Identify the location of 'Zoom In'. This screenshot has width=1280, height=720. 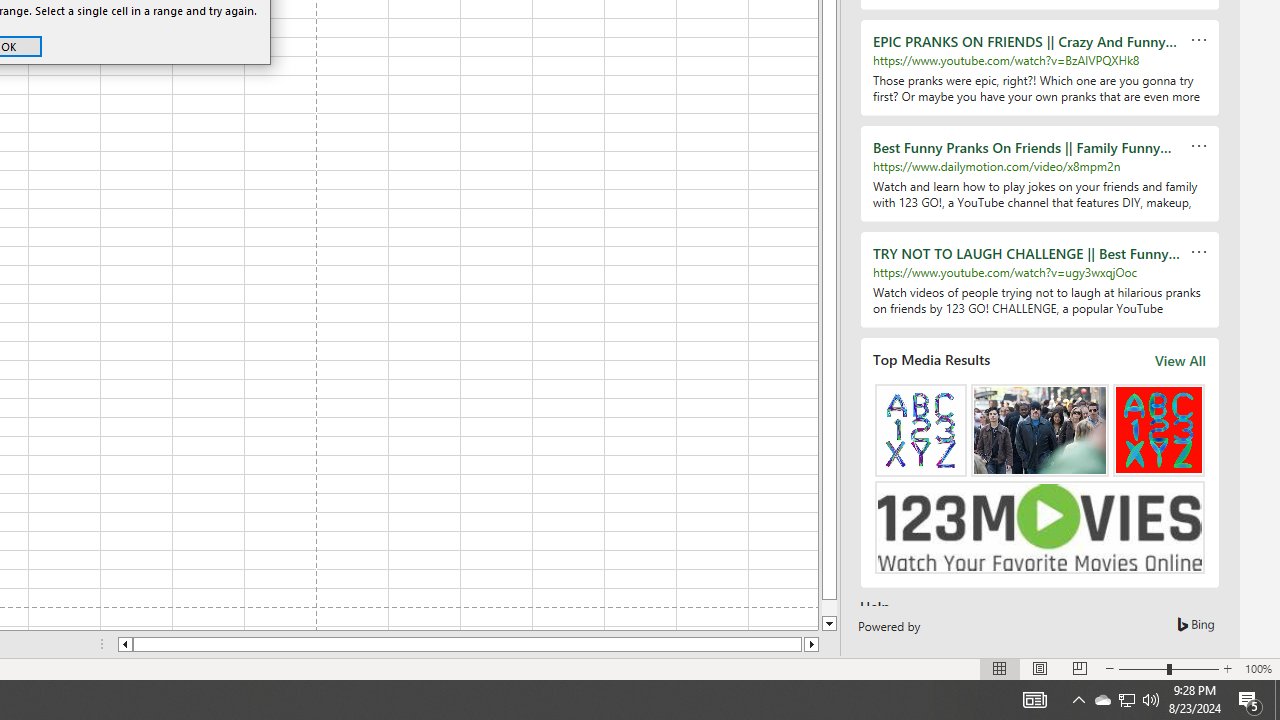
(1226, 669).